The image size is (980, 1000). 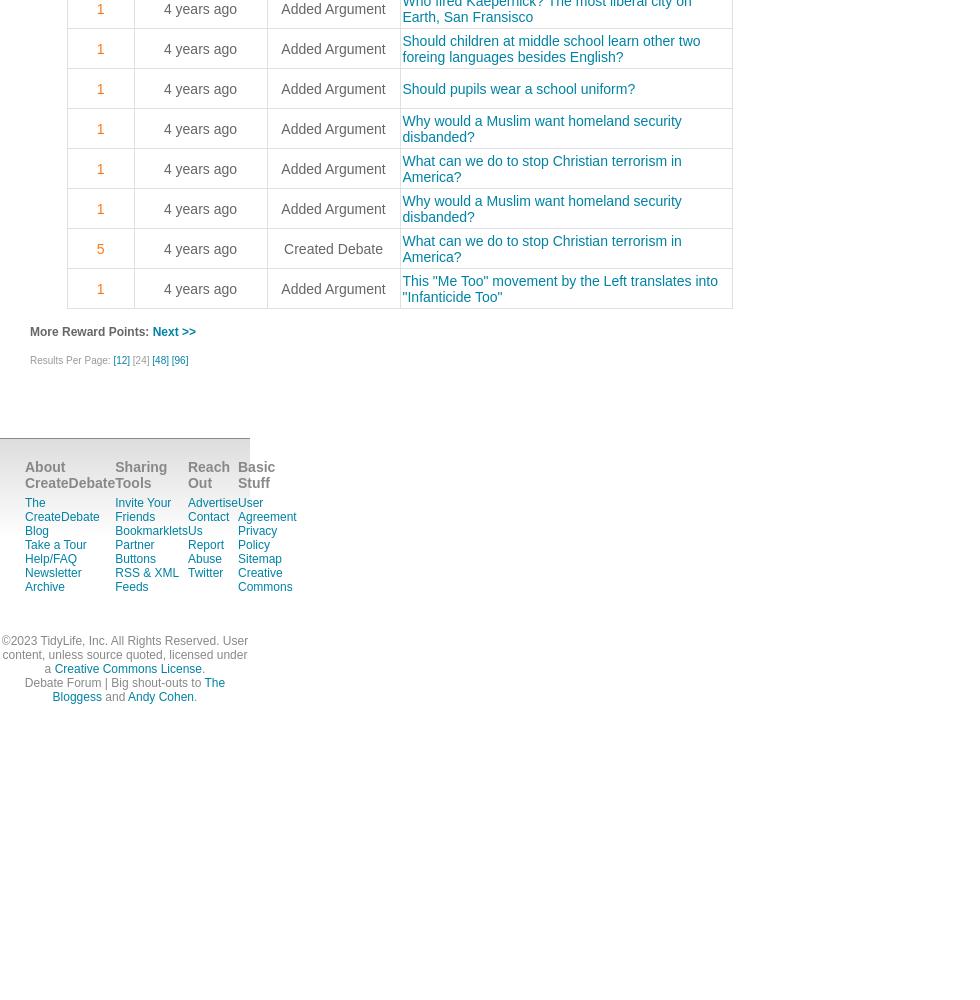 What do you see at coordinates (53, 579) in the screenshot?
I see `'Newsletter Archive'` at bounding box center [53, 579].